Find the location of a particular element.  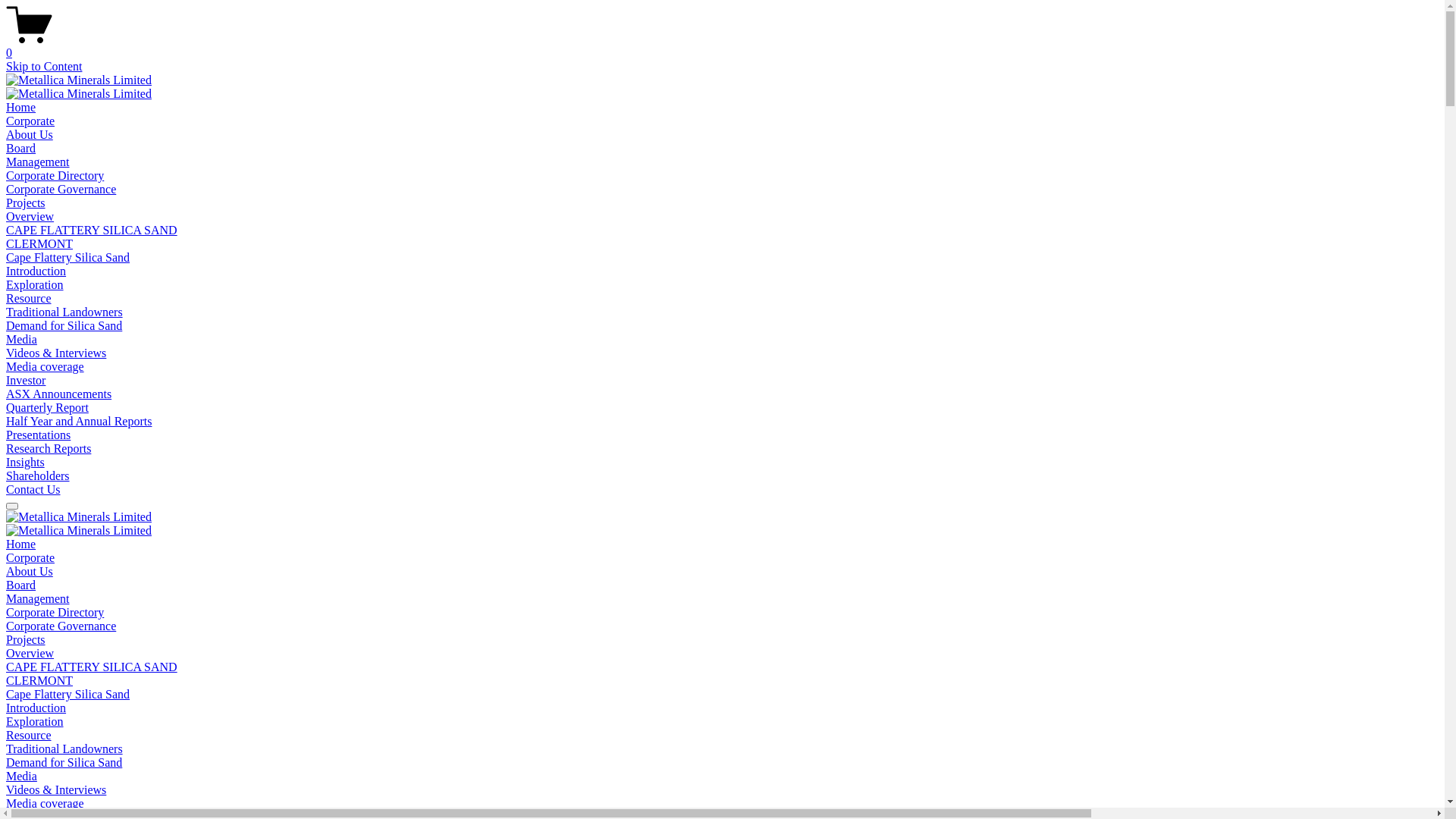

'Cape Flattery Silica Sand' is located at coordinates (67, 694).